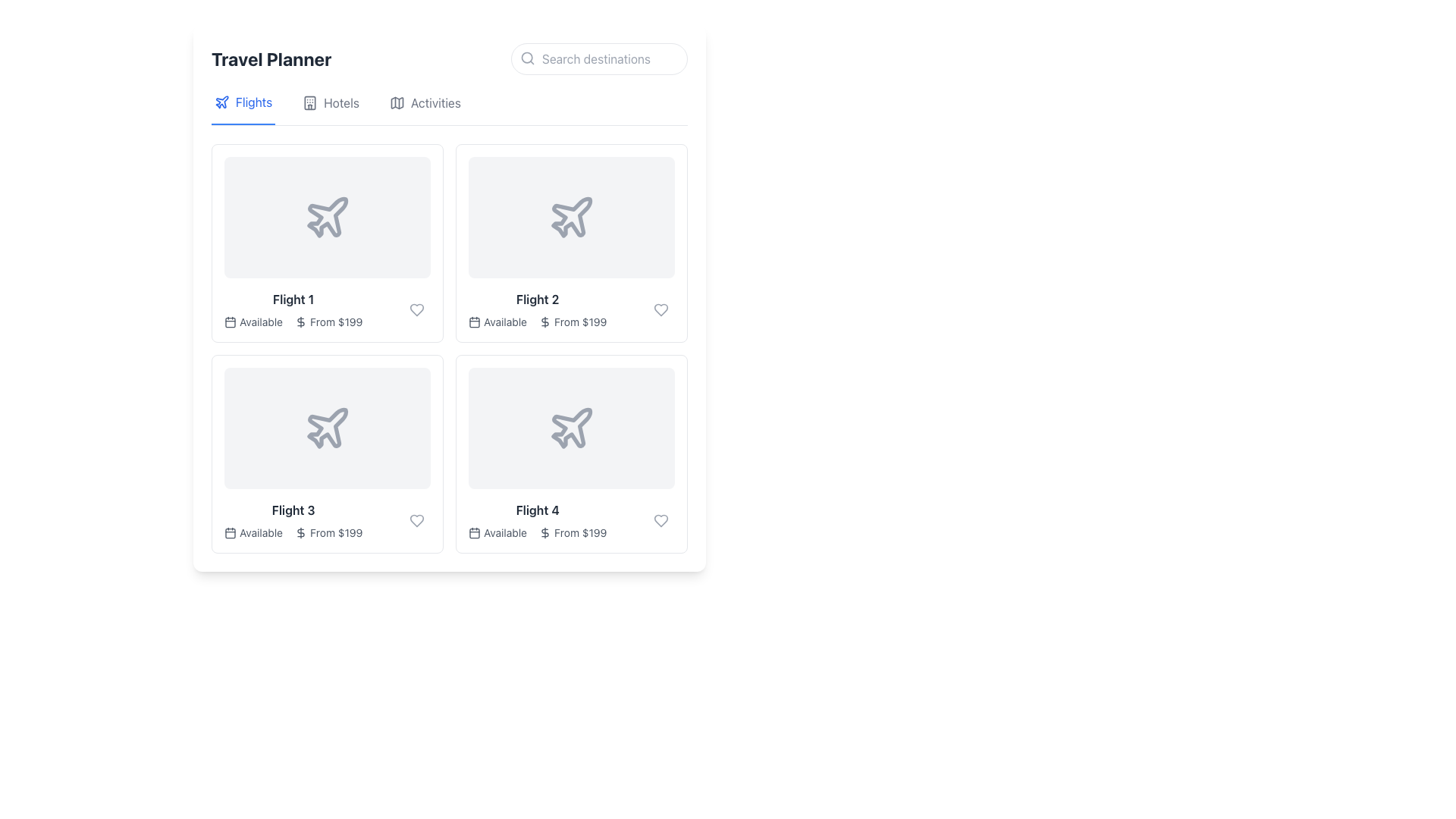 This screenshot has width=1456, height=819. I want to click on the 'Activities' navigation tab, which is the third option in the top navigation bar, to change its appearance, so click(449, 108).